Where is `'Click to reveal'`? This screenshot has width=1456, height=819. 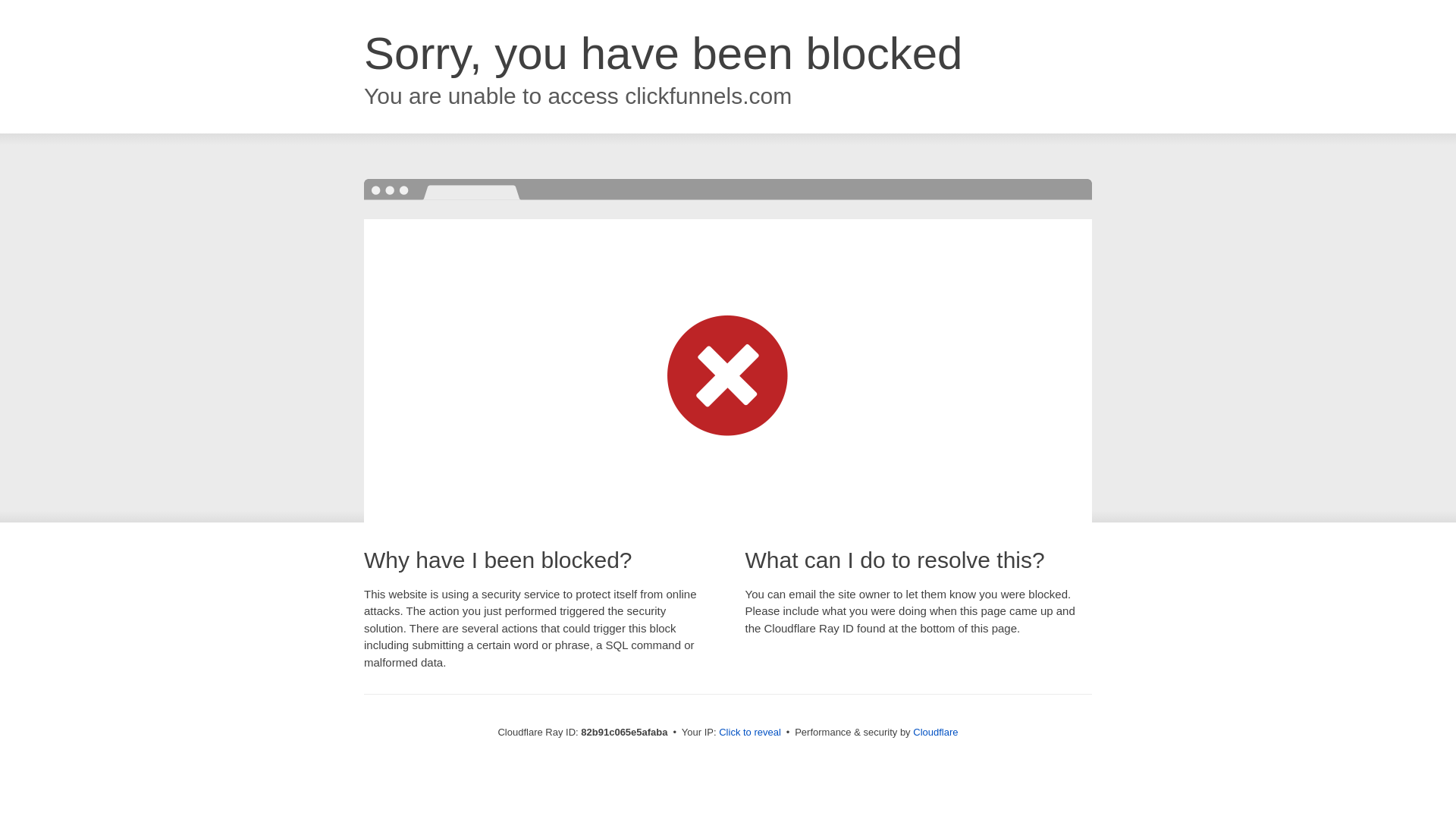 'Click to reveal' is located at coordinates (749, 731).